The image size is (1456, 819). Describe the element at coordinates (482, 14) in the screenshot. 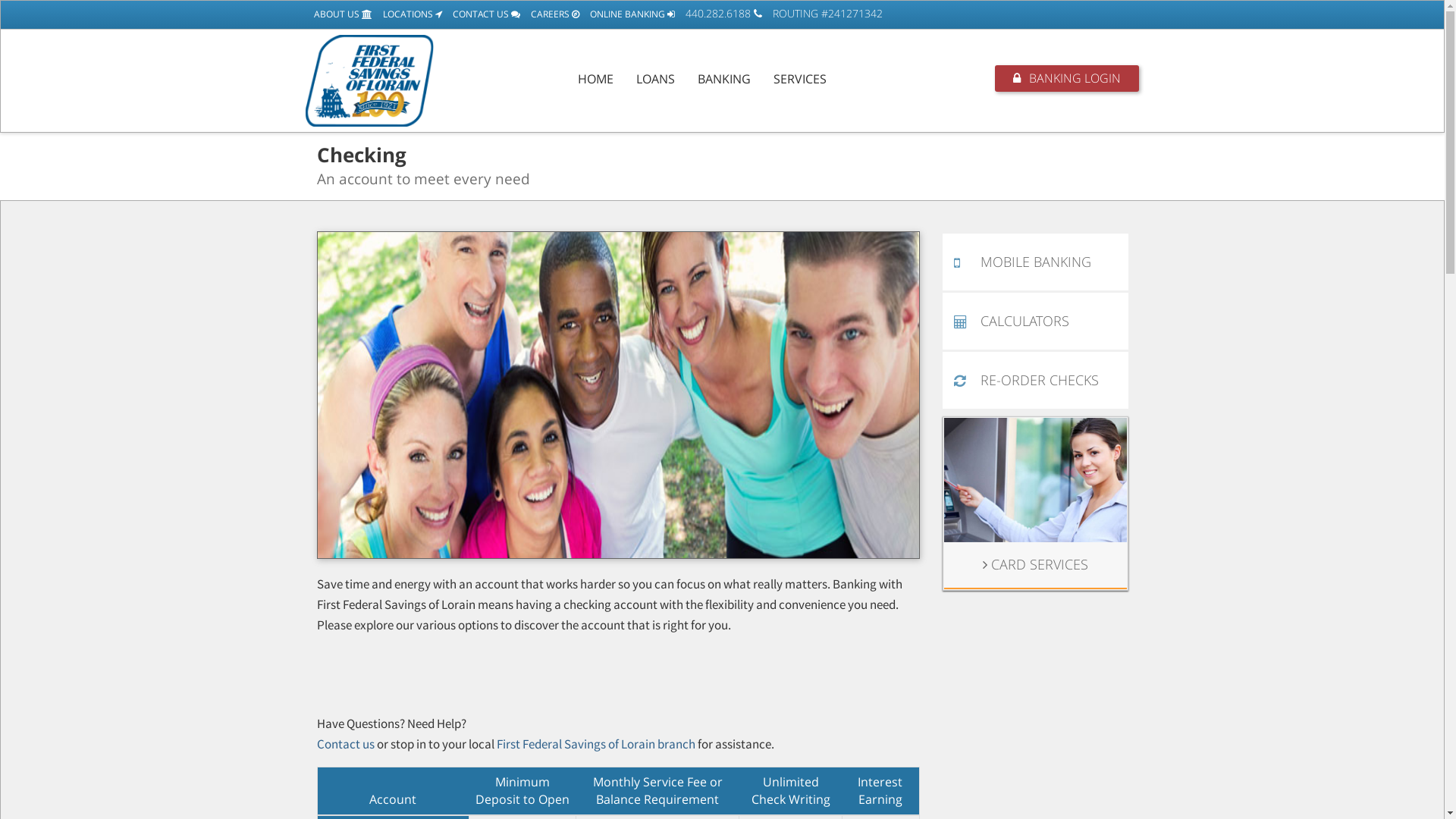

I see `'CONTACT US'` at that location.